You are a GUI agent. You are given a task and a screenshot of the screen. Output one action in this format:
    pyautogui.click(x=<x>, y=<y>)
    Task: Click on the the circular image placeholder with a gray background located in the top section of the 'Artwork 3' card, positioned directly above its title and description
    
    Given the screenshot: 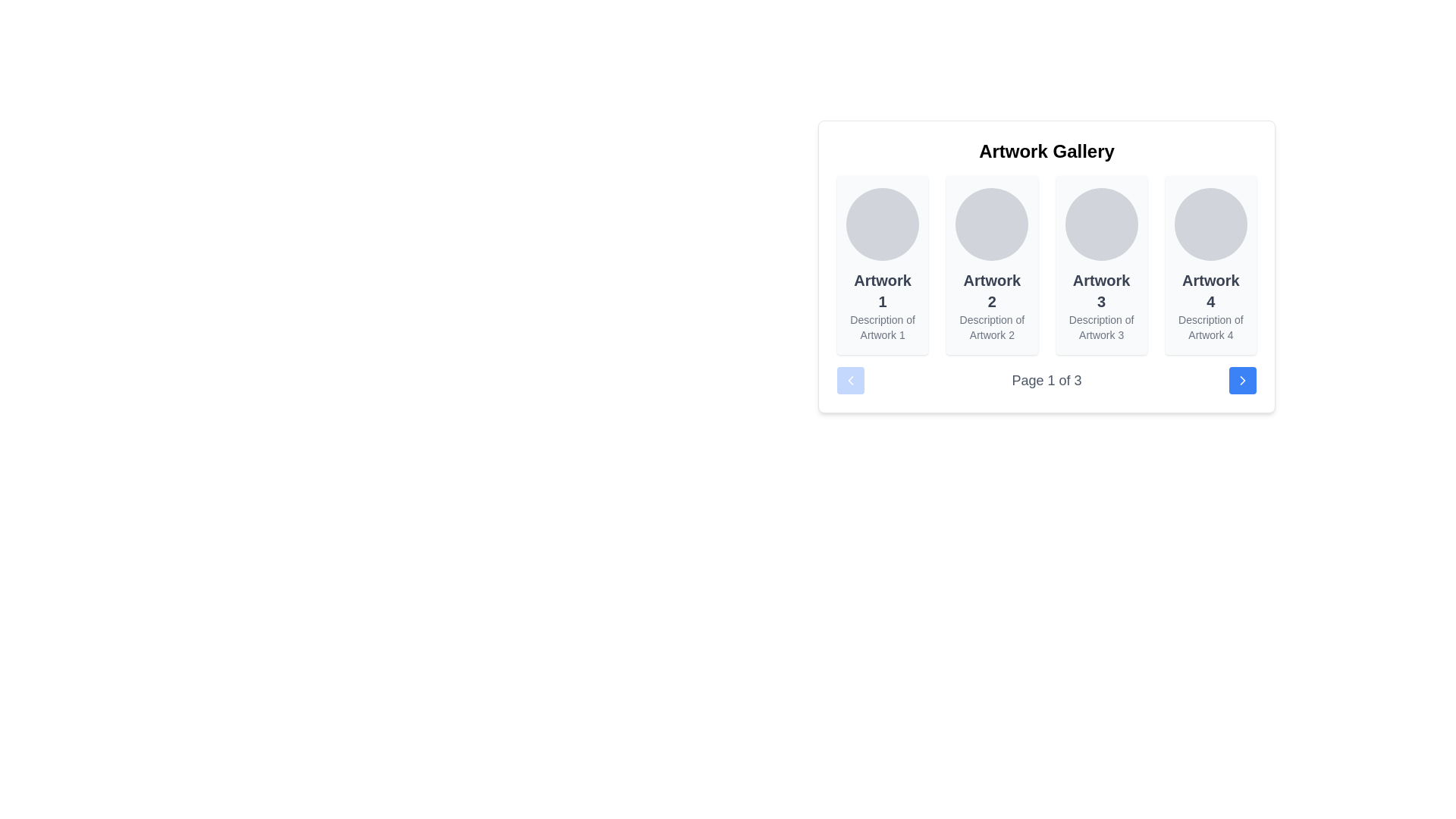 What is the action you would take?
    pyautogui.click(x=1101, y=224)
    